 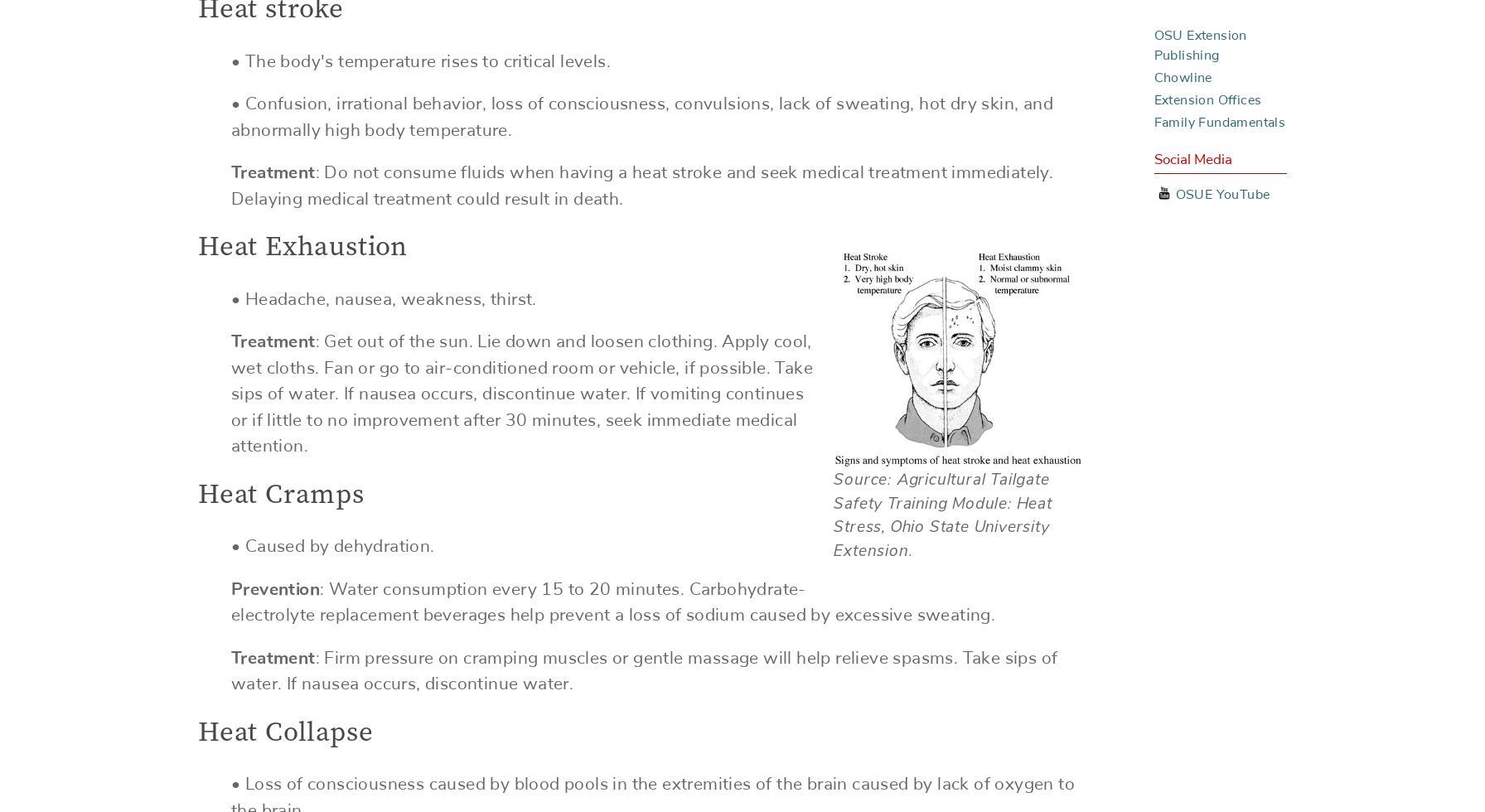 What do you see at coordinates (942, 515) in the screenshot?
I see `'Source: Agricultural Tailgate Safety Training Module: Heat Stress, Ohio State University Extension.'` at bounding box center [942, 515].